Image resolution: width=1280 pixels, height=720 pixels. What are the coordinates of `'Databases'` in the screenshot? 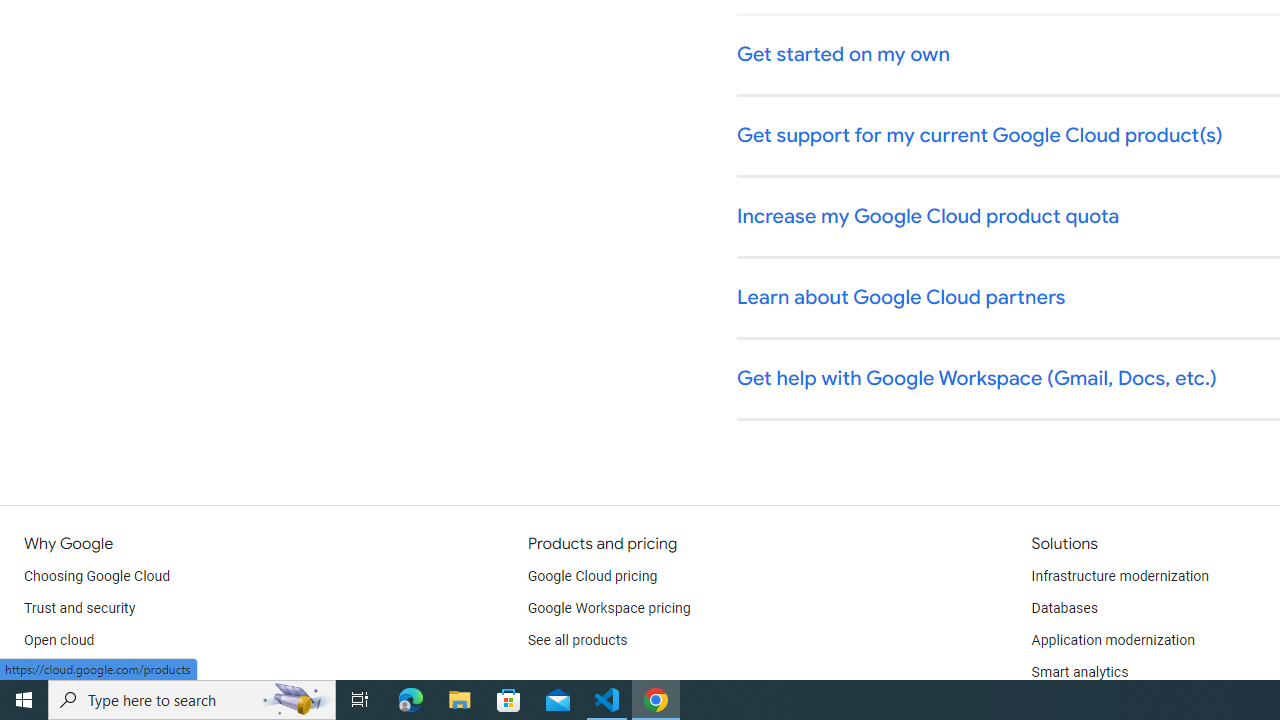 It's located at (1063, 608).